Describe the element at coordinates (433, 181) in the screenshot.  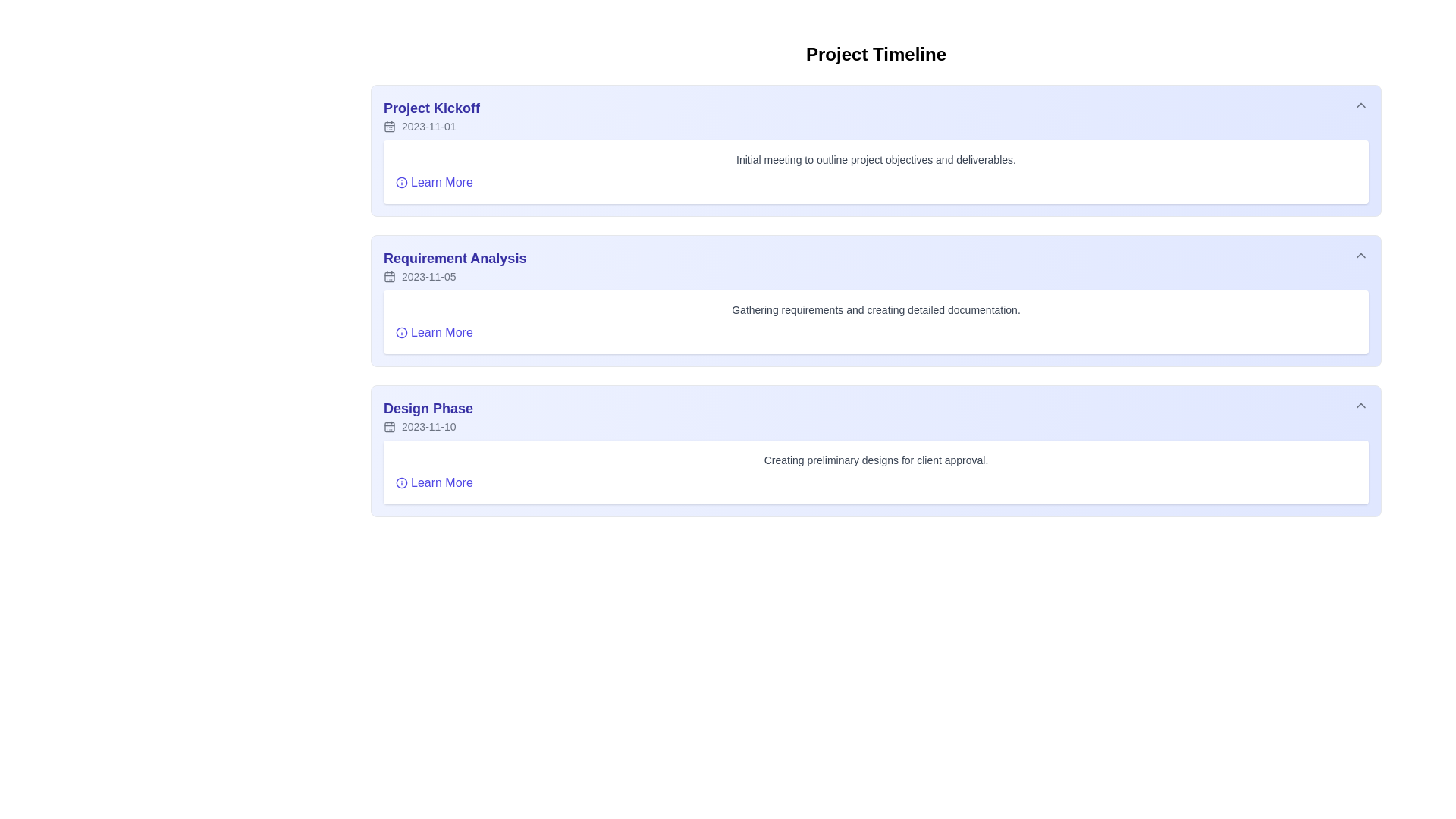
I see `the navigational button with an embedded icon located in the 'Project Kickoff' section` at that location.